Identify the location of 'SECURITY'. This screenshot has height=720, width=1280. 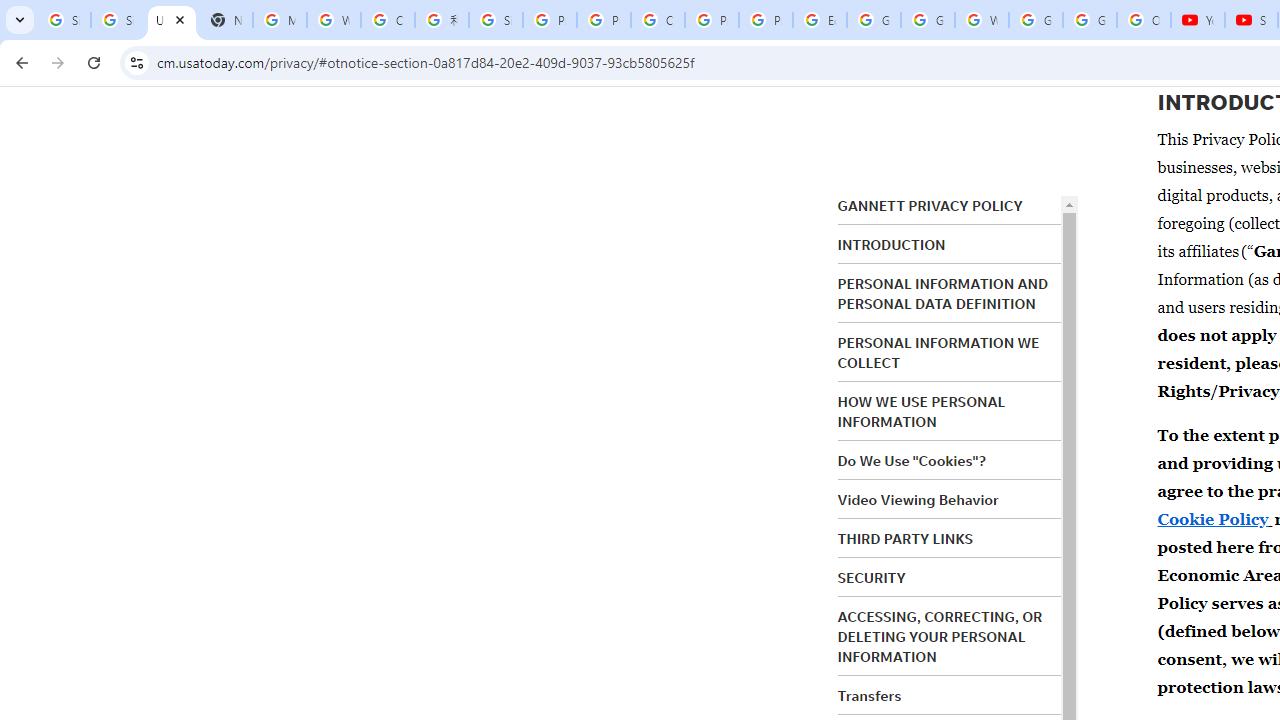
(871, 577).